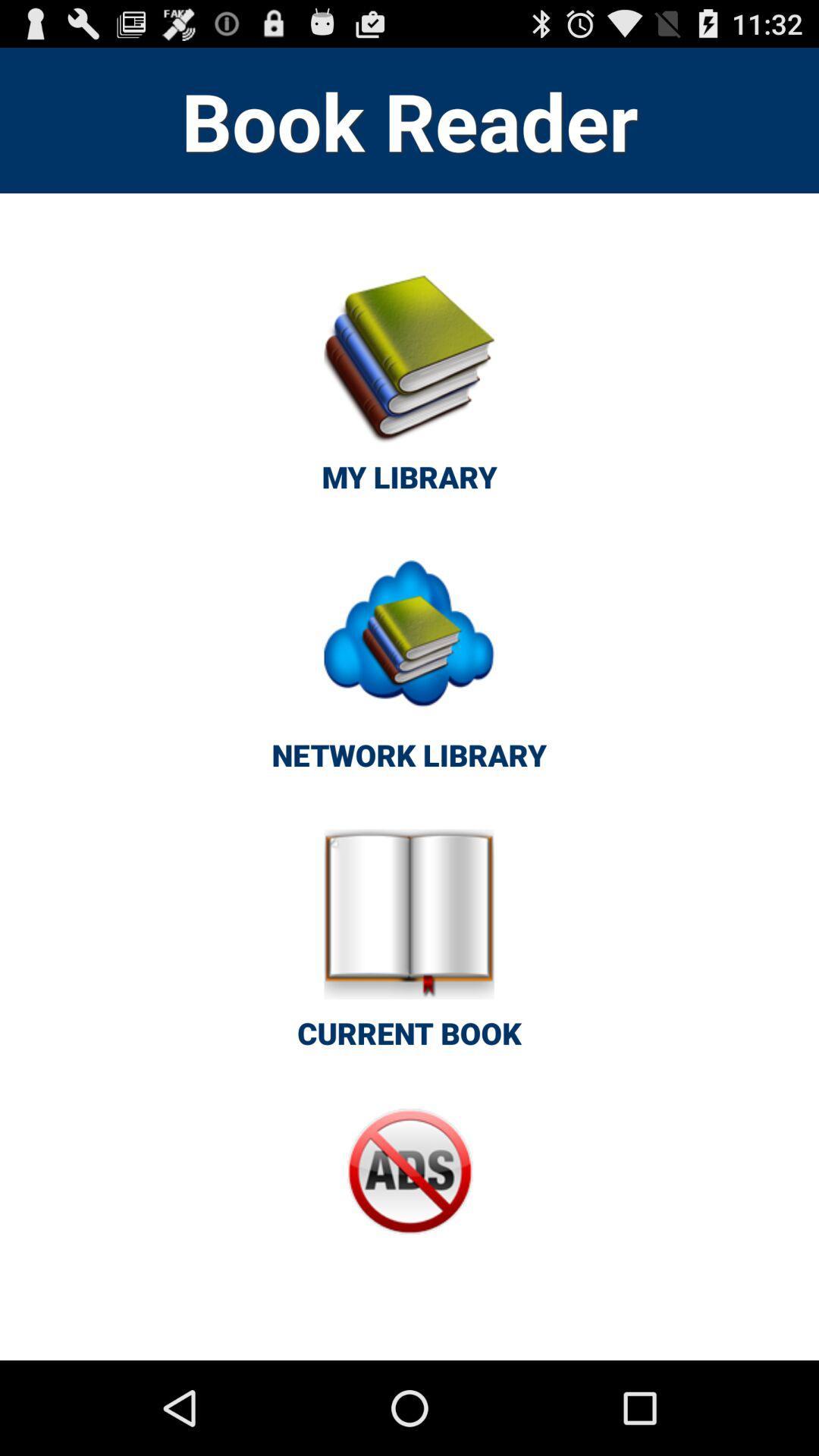 The height and width of the screenshot is (1456, 819). Describe the element at coordinates (409, 1203) in the screenshot. I see `button at the bottom` at that location.